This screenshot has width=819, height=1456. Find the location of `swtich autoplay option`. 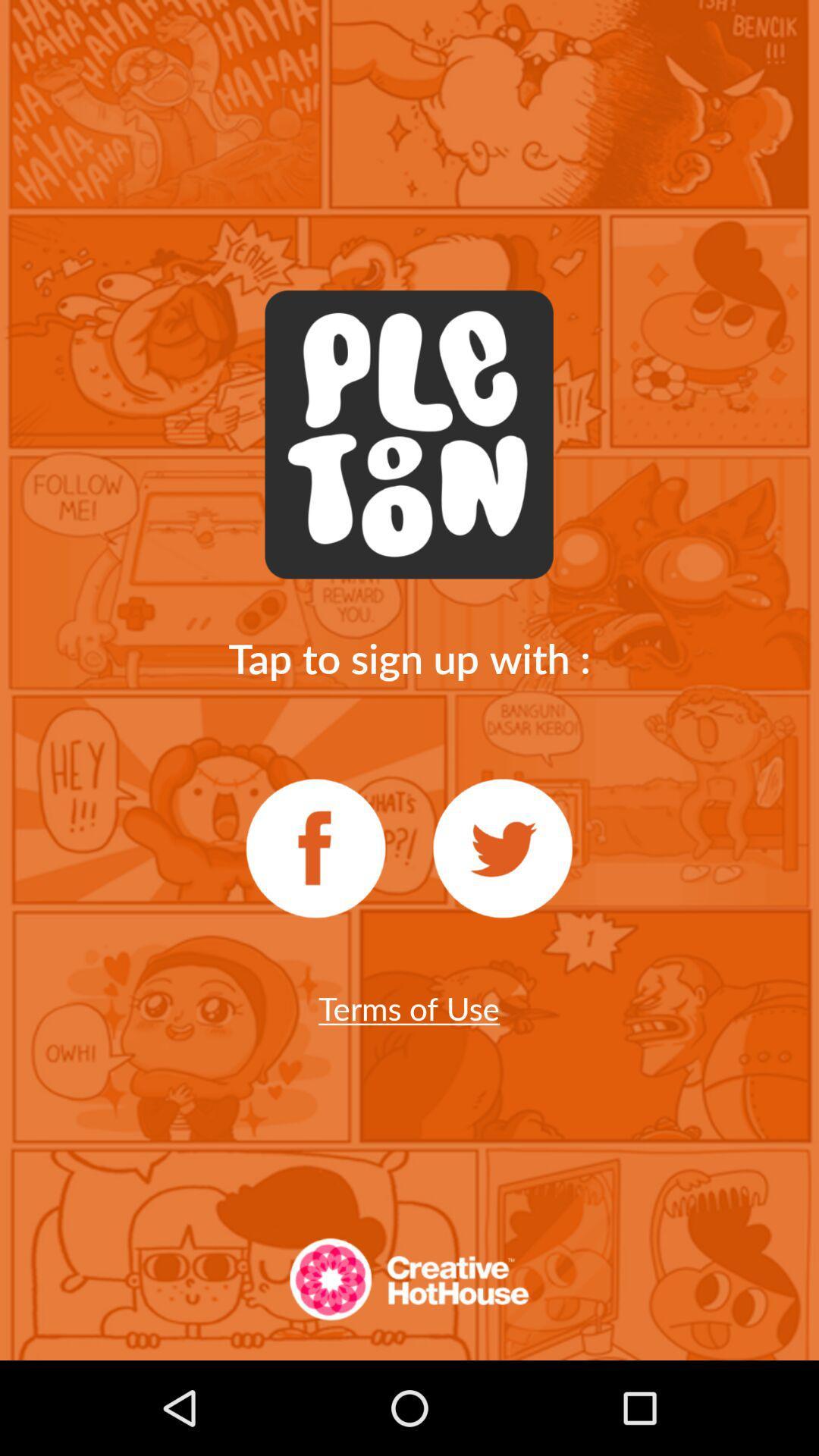

swtich autoplay option is located at coordinates (315, 848).